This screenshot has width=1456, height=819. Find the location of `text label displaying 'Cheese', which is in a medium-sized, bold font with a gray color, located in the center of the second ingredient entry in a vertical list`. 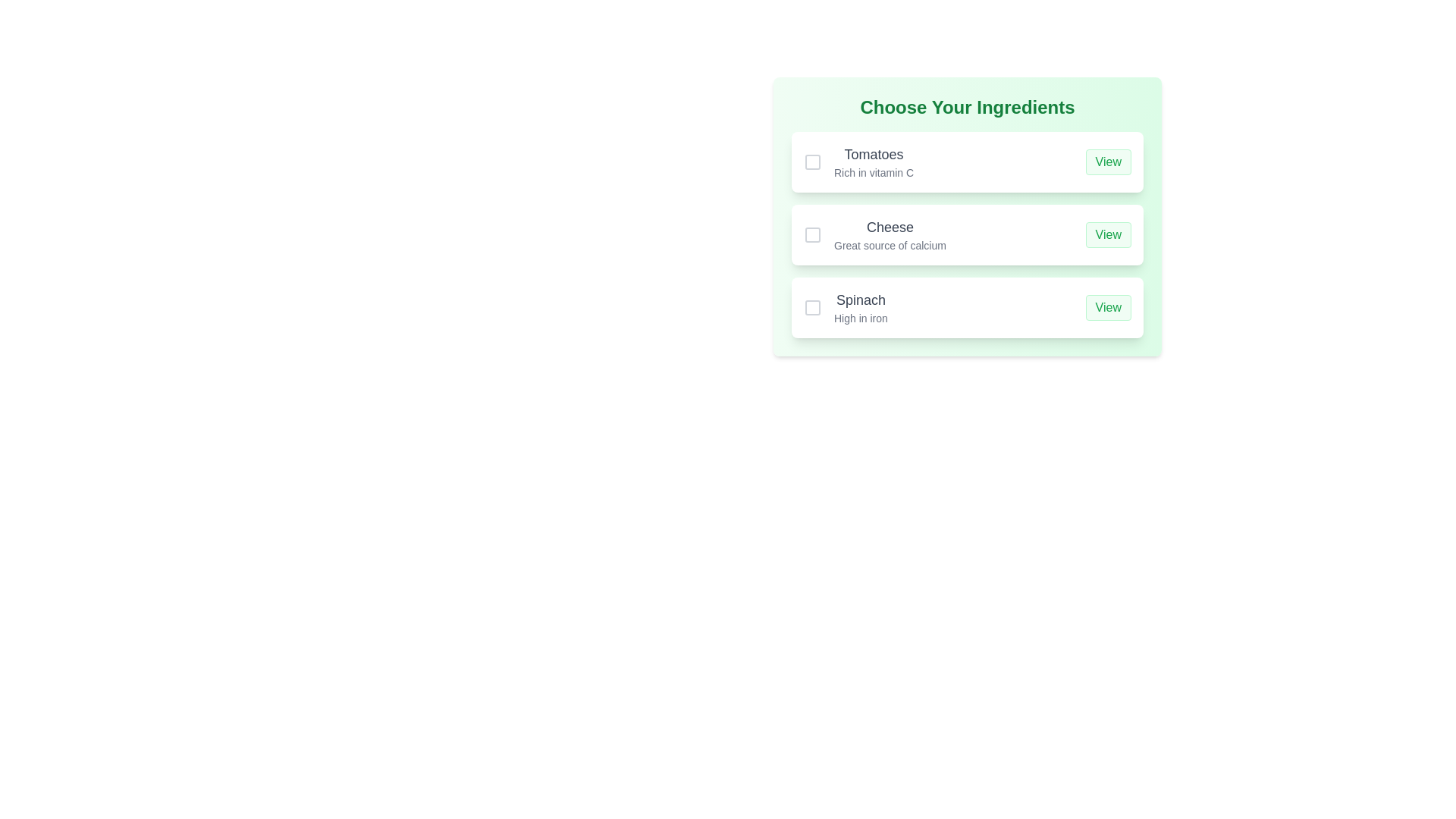

text label displaying 'Cheese', which is in a medium-sized, bold font with a gray color, located in the center of the second ingredient entry in a vertical list is located at coordinates (890, 227).